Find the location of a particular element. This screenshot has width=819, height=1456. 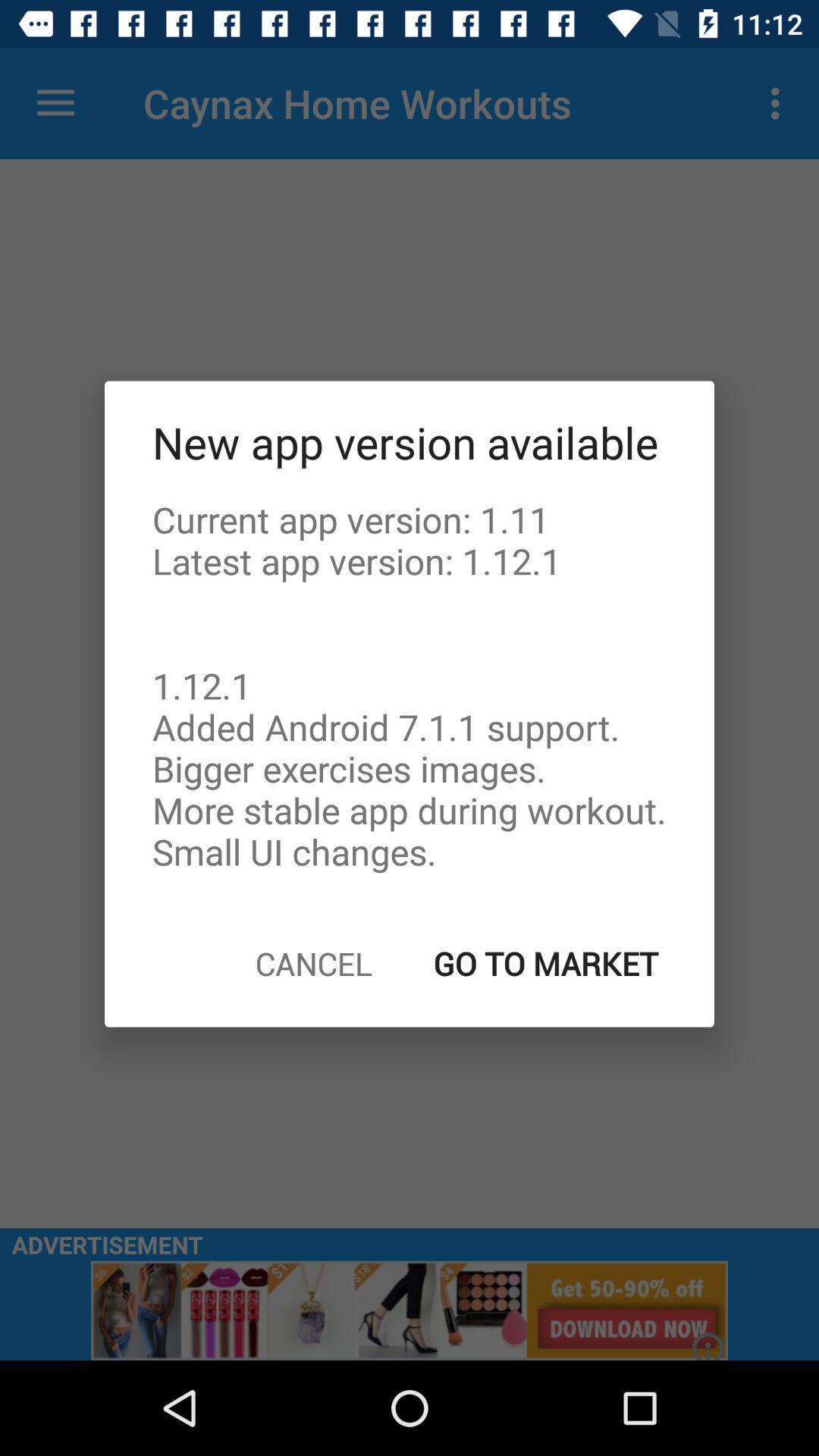

the item next to the cancel is located at coordinates (546, 962).